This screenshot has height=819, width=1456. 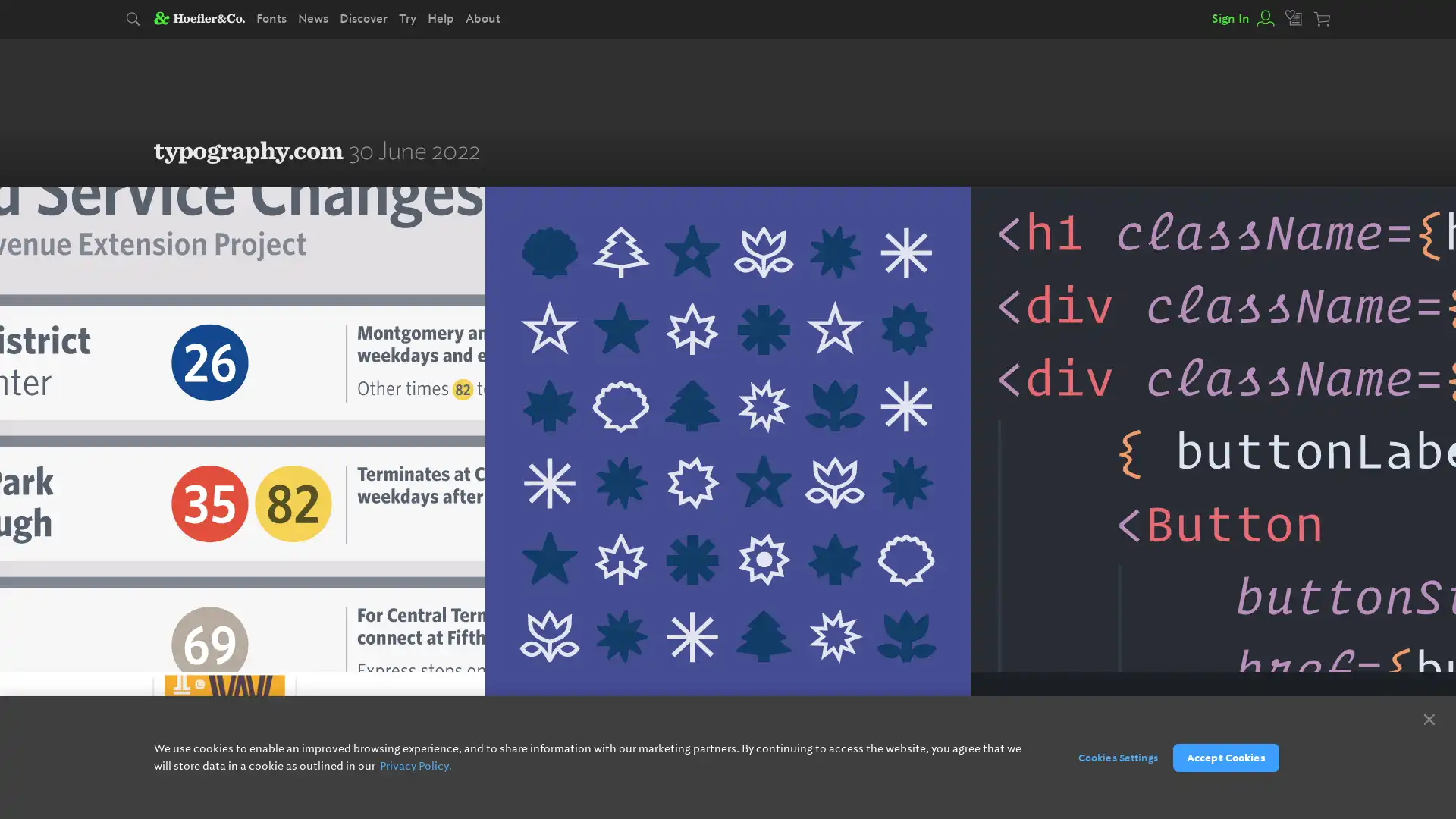 I want to click on Accept Cookies, so click(x=1225, y=757).